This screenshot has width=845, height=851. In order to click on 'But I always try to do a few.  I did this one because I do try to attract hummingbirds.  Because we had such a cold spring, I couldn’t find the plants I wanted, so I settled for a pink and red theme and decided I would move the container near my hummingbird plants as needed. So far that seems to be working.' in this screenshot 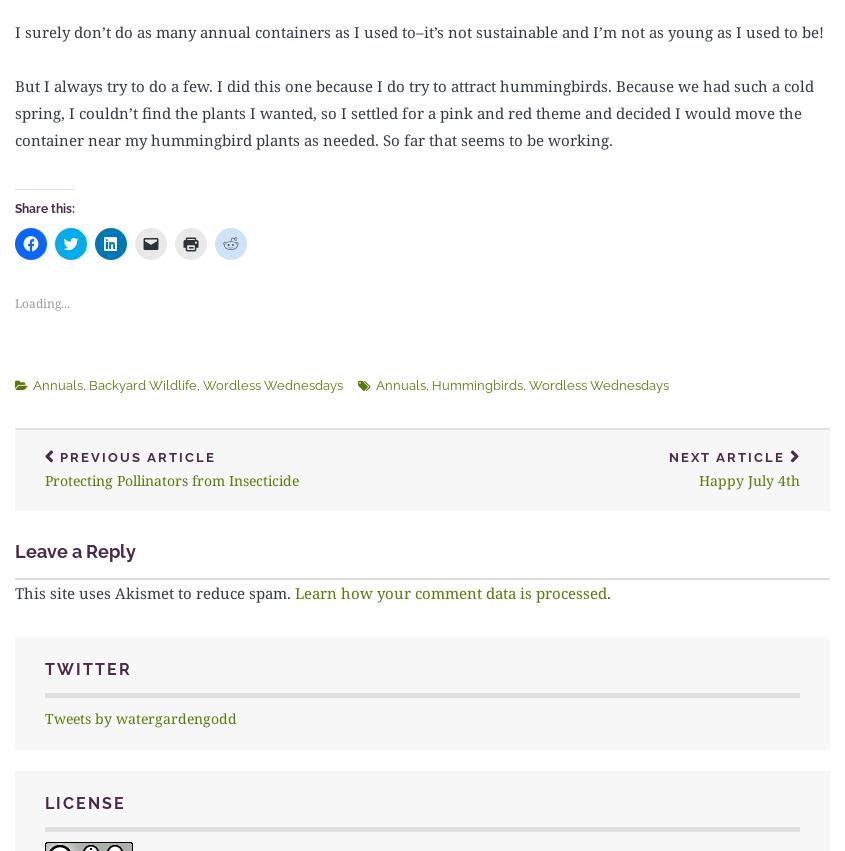, I will do `click(413, 112)`.